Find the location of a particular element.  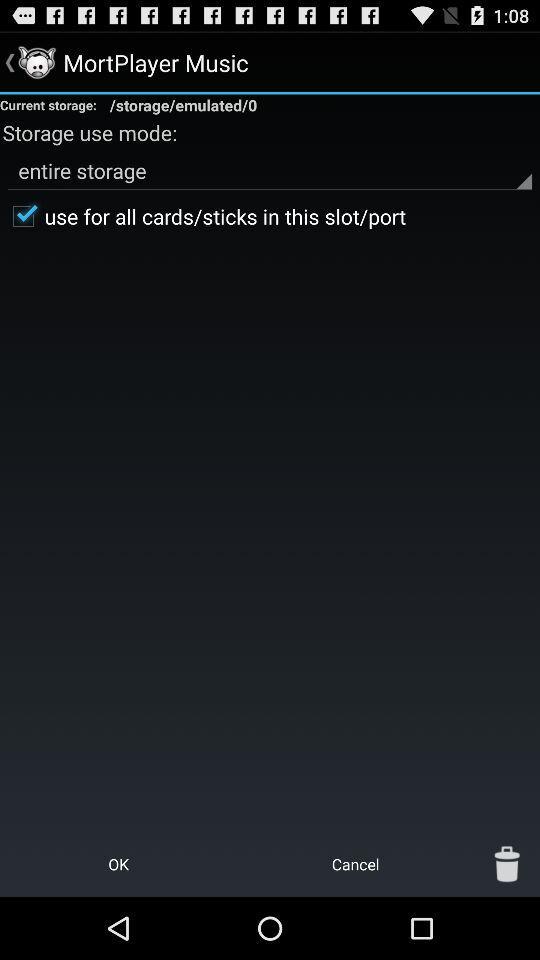

delete item is located at coordinates (507, 863).